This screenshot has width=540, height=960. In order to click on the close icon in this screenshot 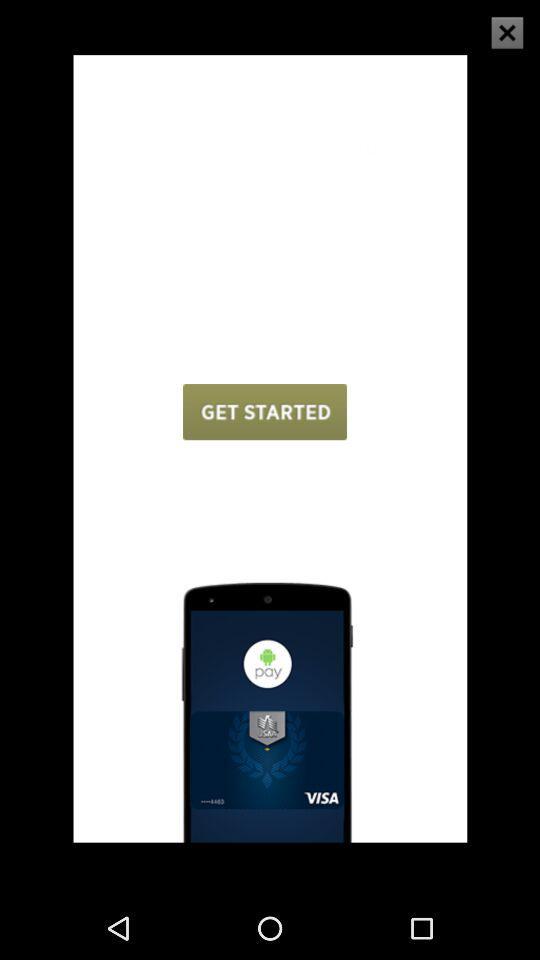, I will do `click(507, 34)`.